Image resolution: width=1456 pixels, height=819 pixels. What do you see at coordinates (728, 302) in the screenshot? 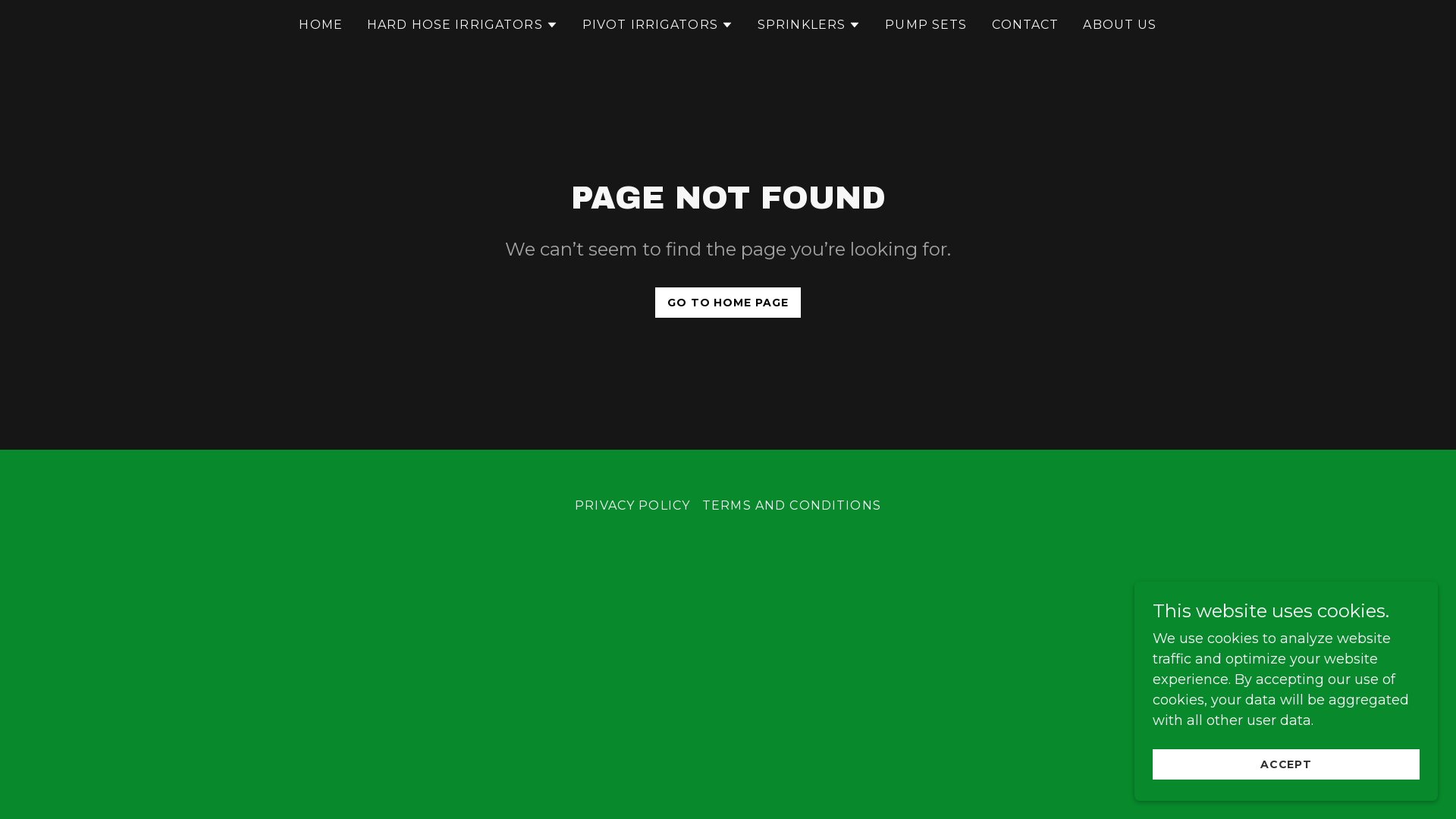
I see `'GO TO HOME PAGE'` at bounding box center [728, 302].